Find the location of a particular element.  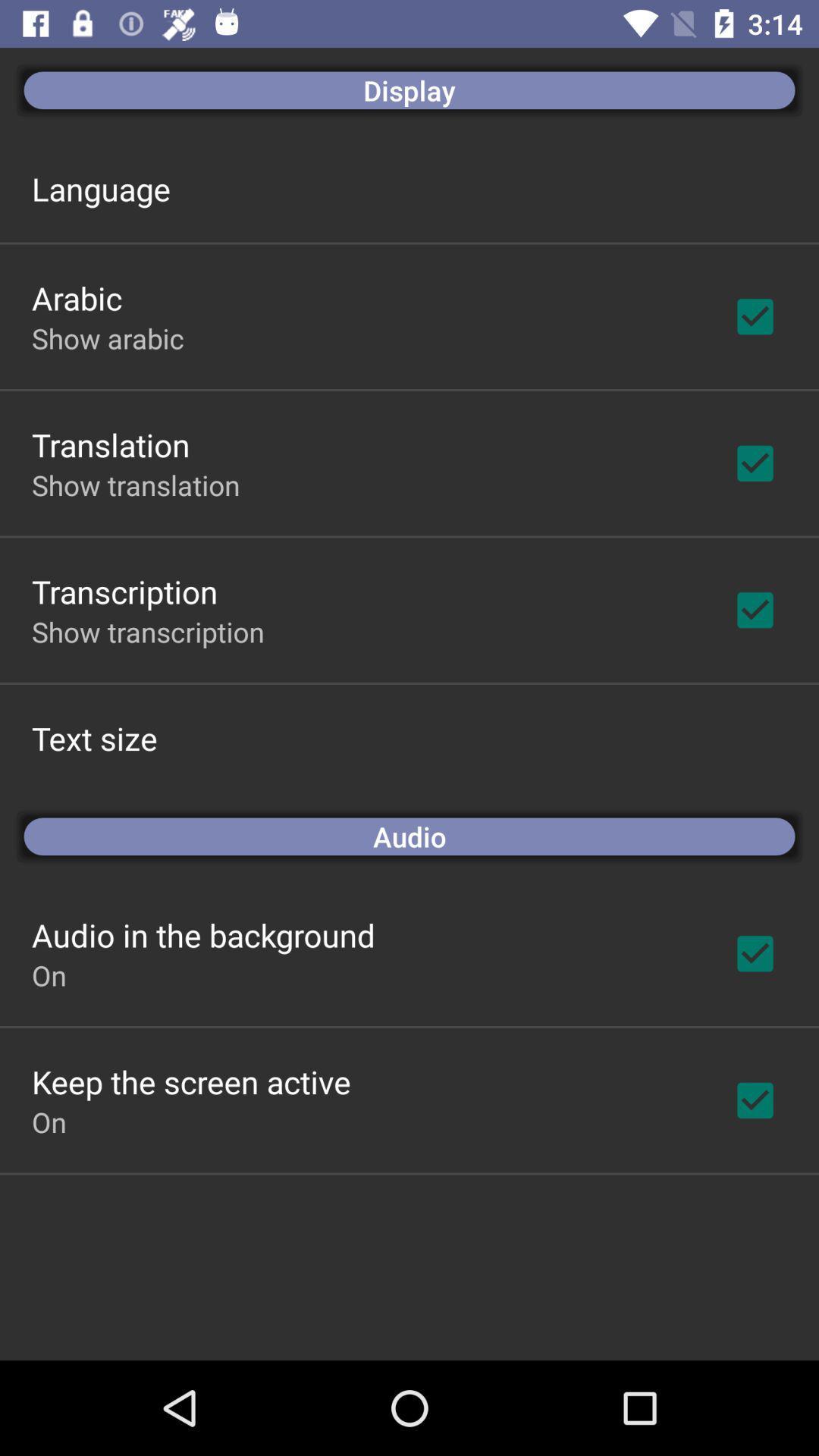

language is located at coordinates (101, 188).